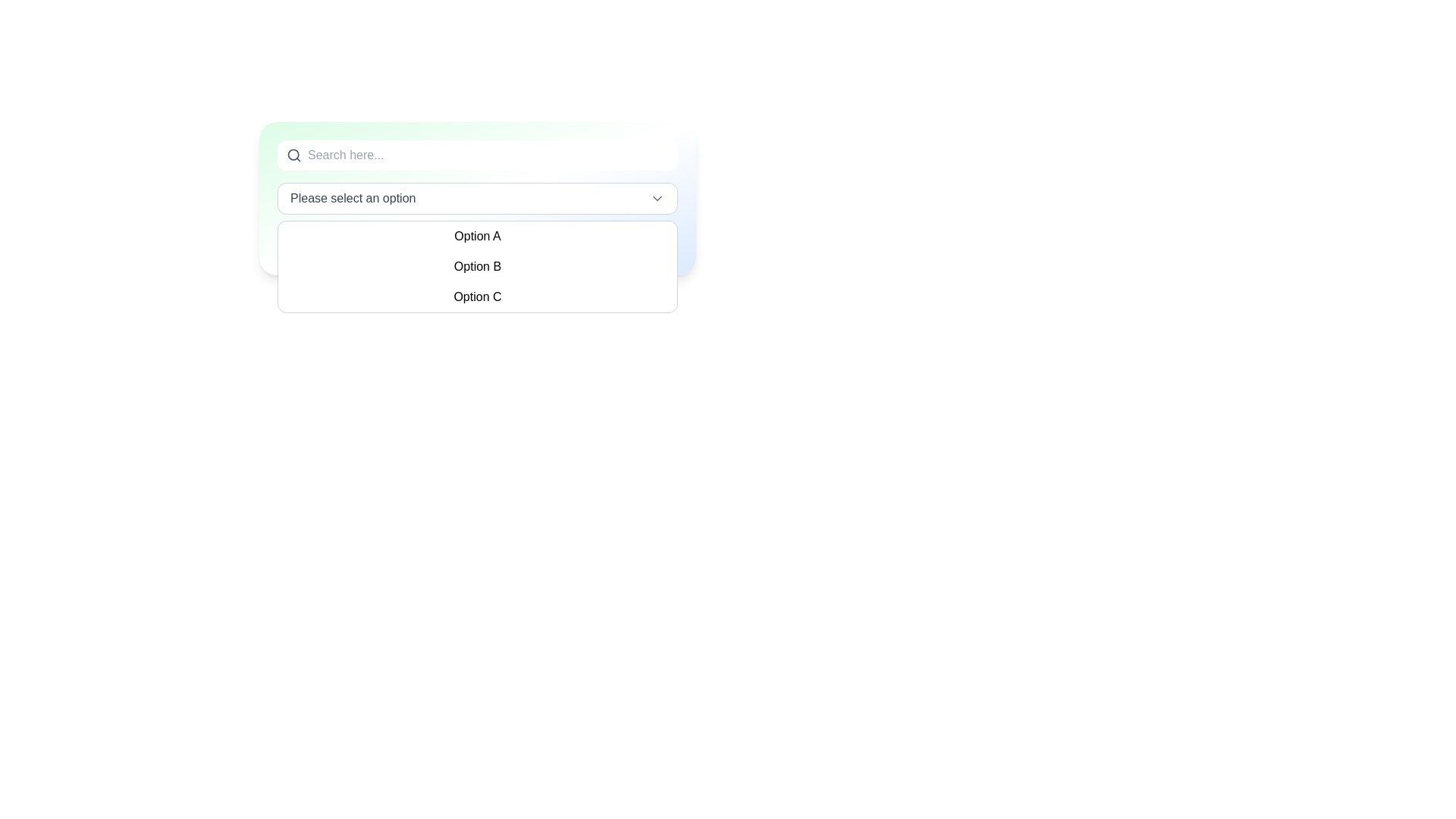  What do you see at coordinates (476, 198) in the screenshot?
I see `the dropdown menu to make a selection from the available options (Option A, Option B, Option C) below the search bar` at bounding box center [476, 198].